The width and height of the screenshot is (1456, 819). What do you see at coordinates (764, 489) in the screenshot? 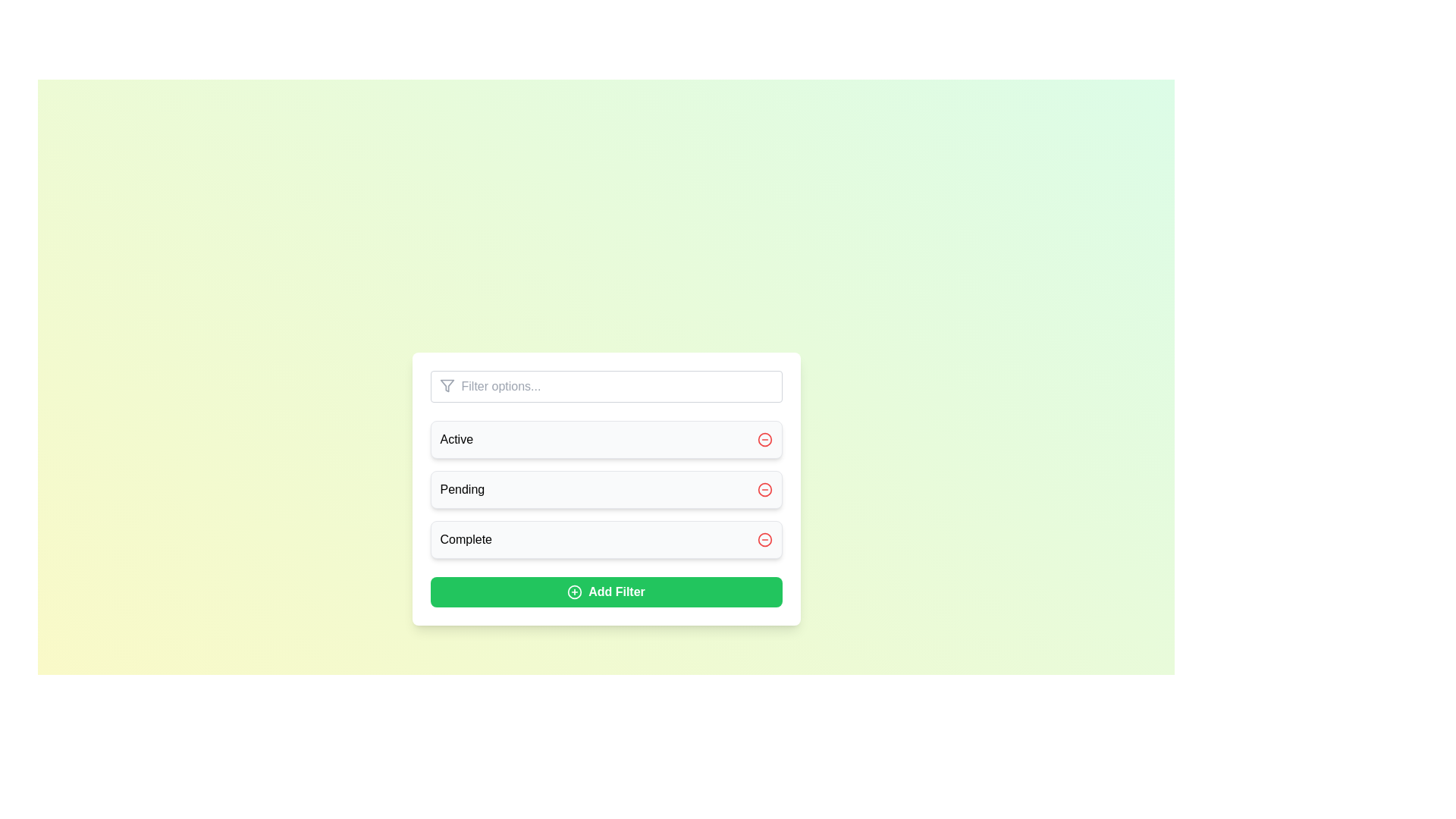
I see `the interactive action button located to the right of the 'Pending' text in the vertically stacked list of items, which is the second item in the list` at bounding box center [764, 489].